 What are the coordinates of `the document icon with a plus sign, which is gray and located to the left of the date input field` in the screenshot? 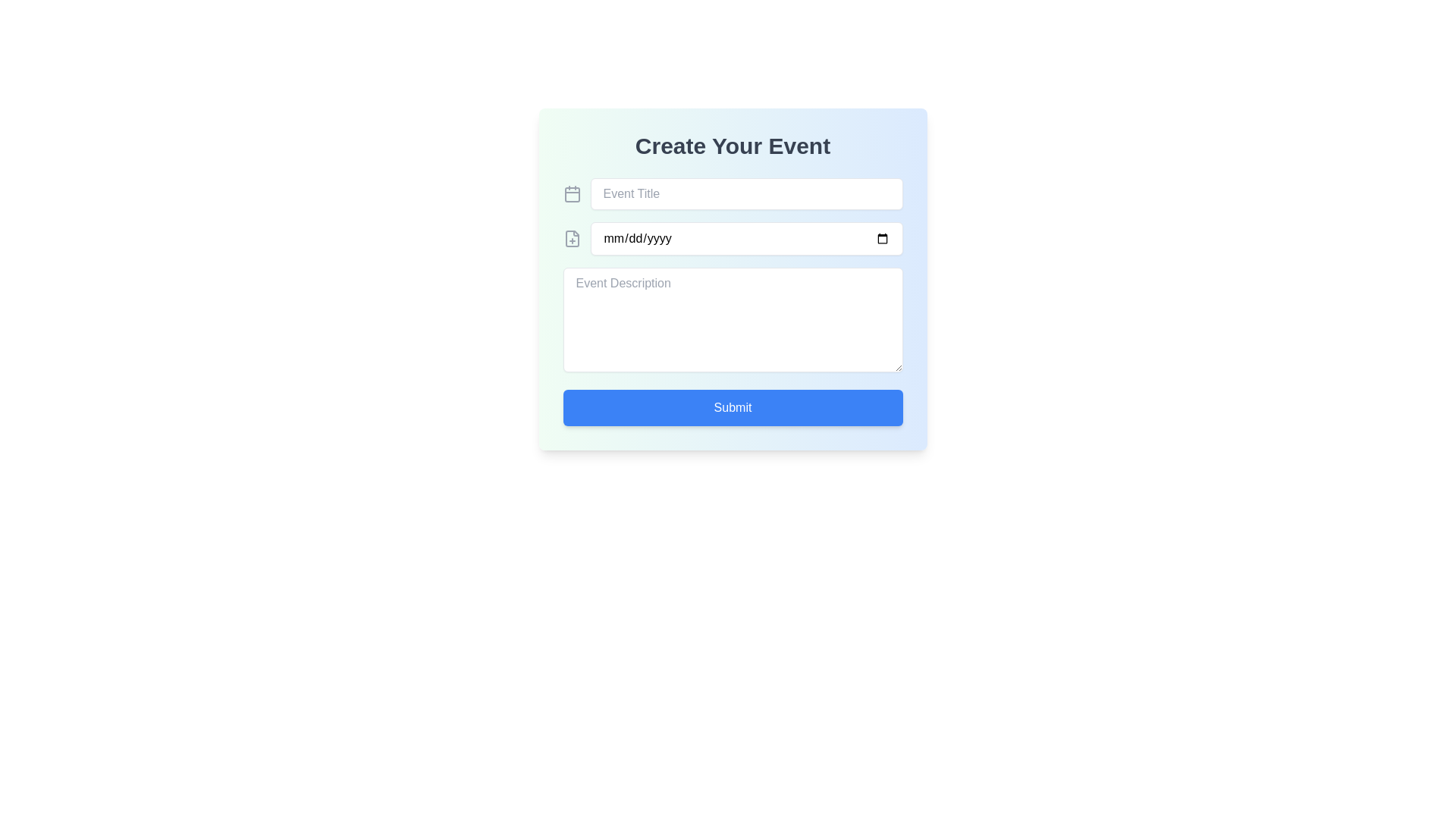 It's located at (571, 239).